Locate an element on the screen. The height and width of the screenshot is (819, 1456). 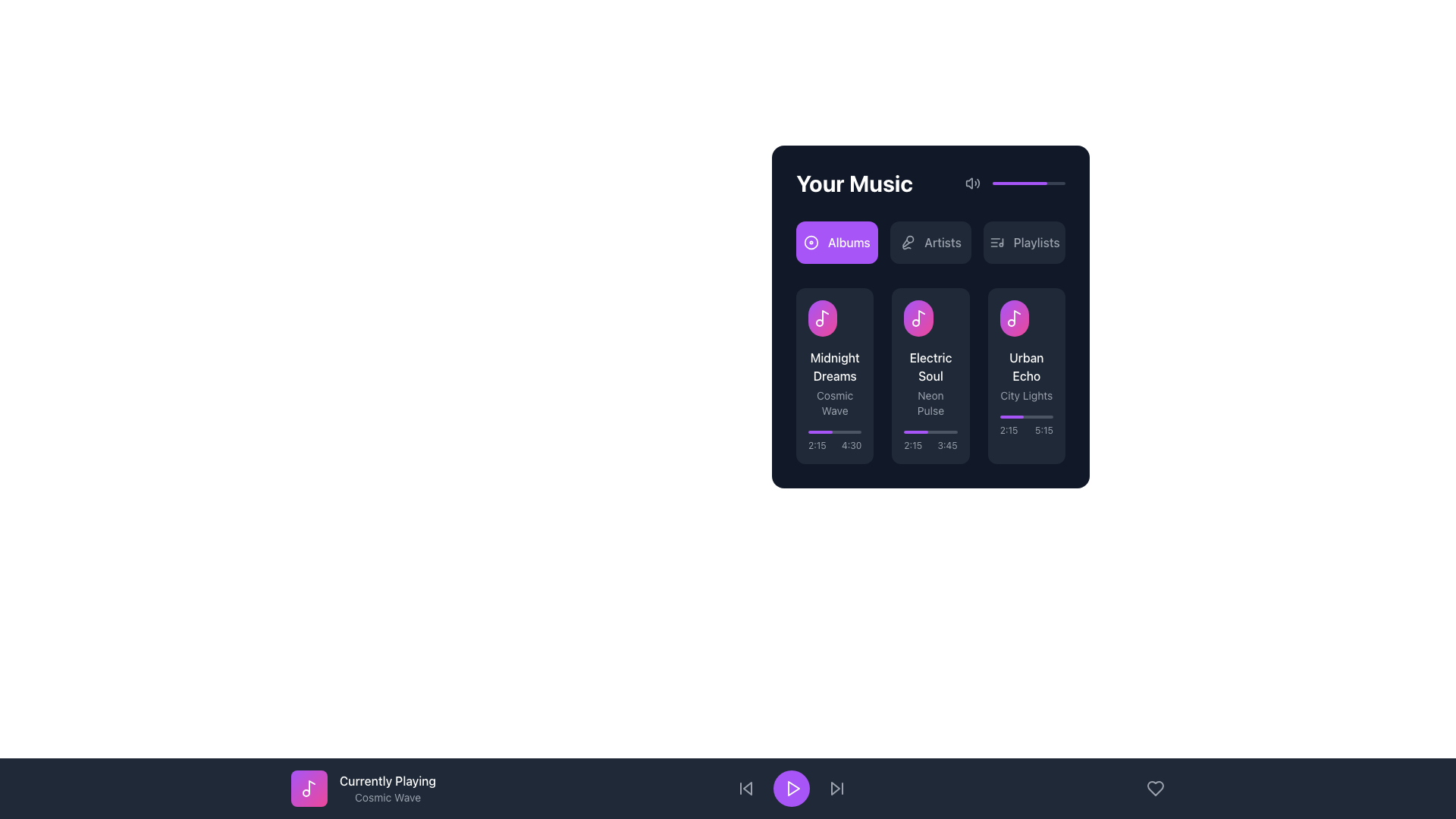
the text label displaying 'Neon Pulse', which is a gray, small-font text located below the bold title 'Electric Soul' within a dark rectangular card is located at coordinates (930, 403).